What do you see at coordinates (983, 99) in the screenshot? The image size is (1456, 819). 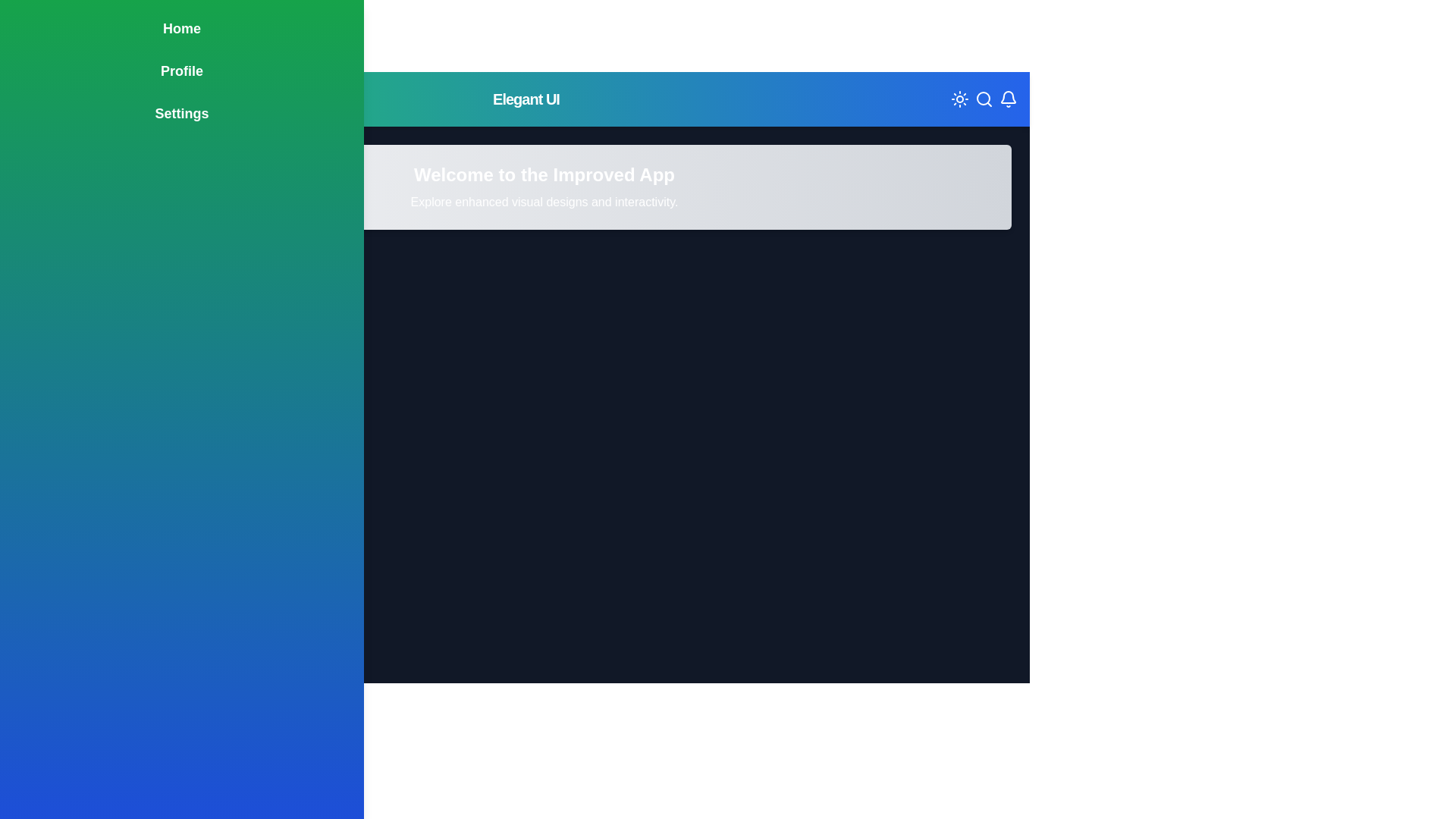 I see `the search icon to initiate a search action` at bounding box center [983, 99].